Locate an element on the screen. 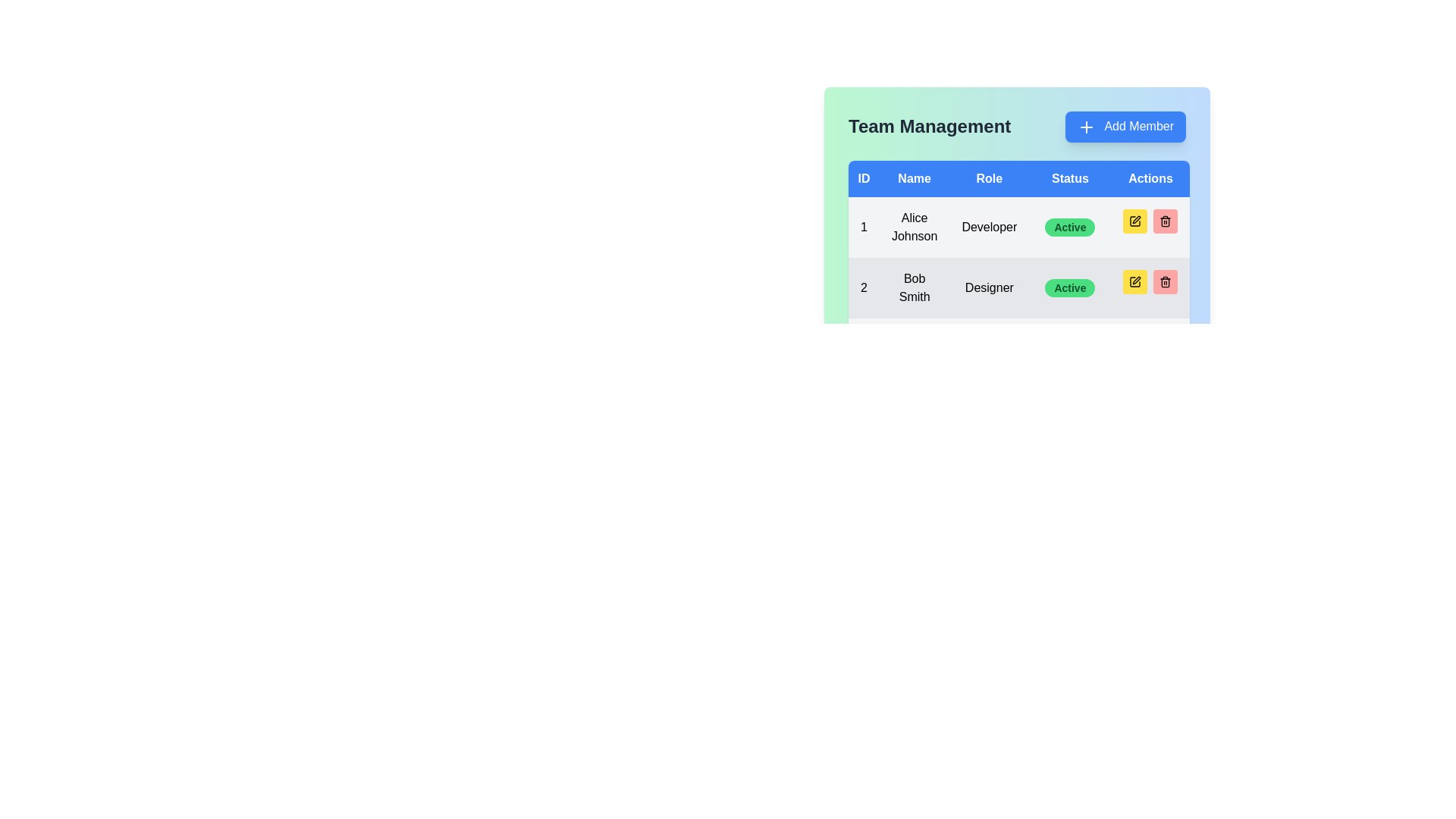 Image resolution: width=1456 pixels, height=819 pixels. the first data row in the 'Team Management' section is located at coordinates (1019, 227).